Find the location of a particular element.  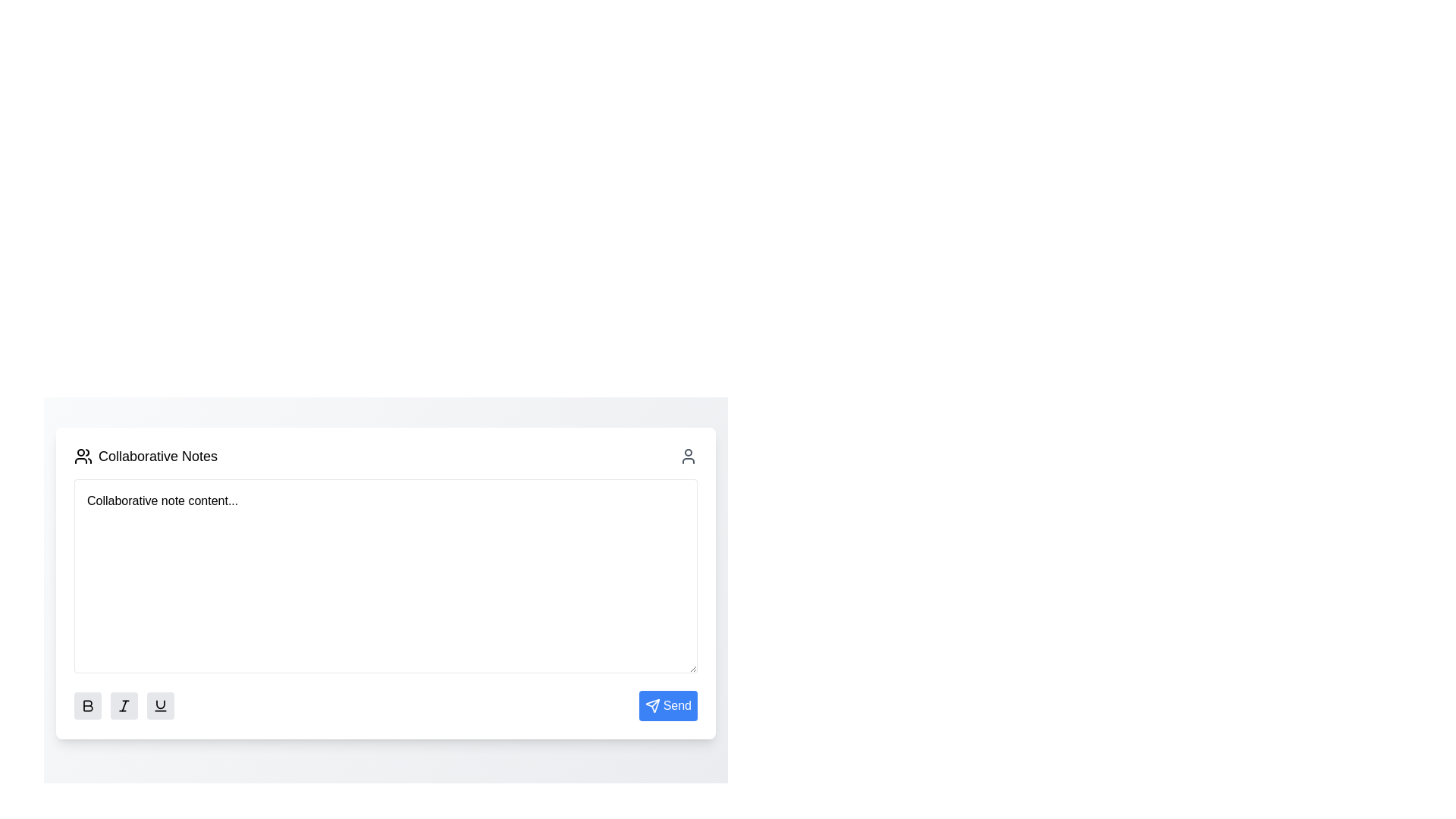

the 'Send' button in the Interactive panel is located at coordinates (385, 580).